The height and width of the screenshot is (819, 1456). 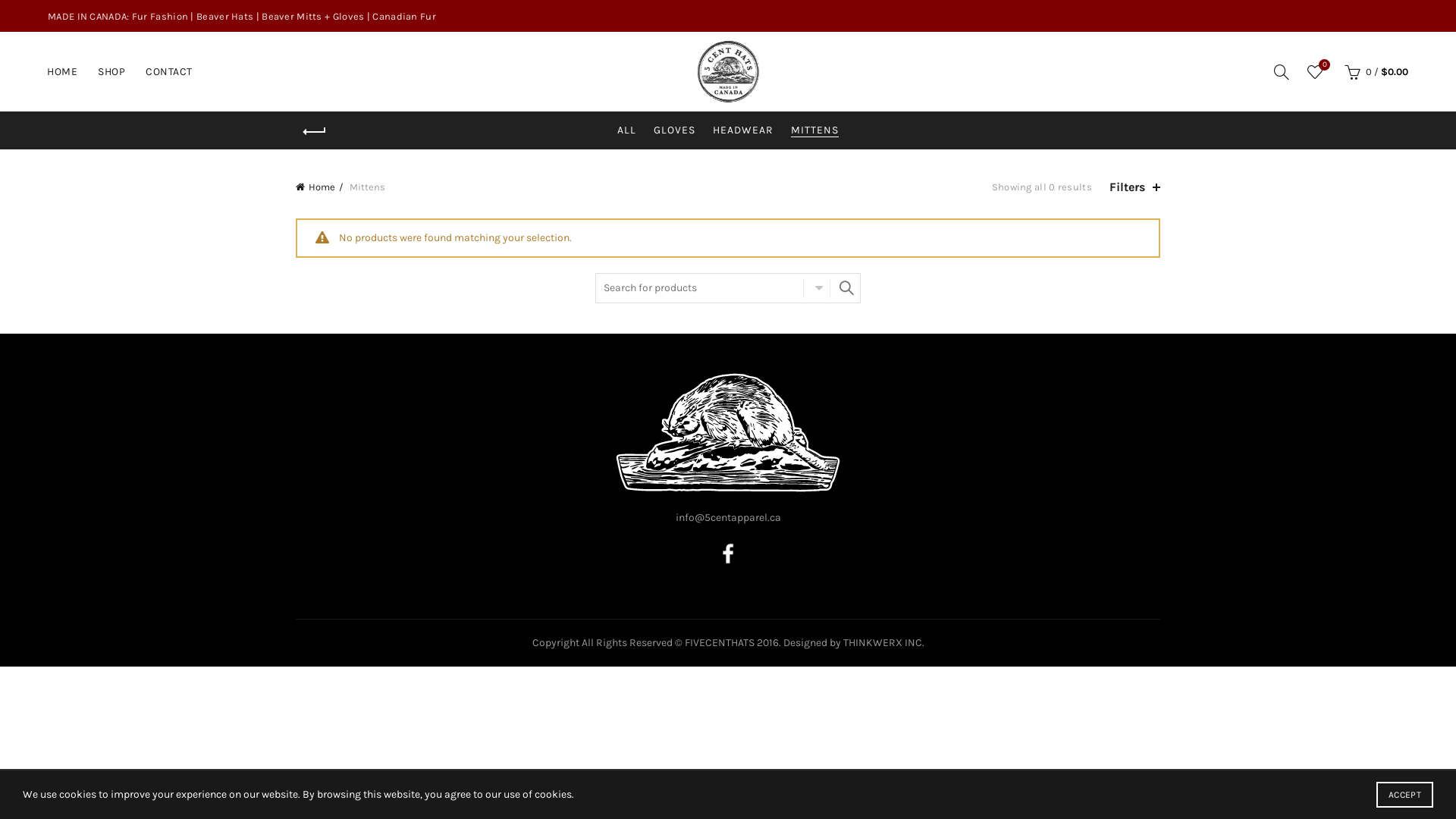 What do you see at coordinates (313, 130) in the screenshot?
I see `'Back'` at bounding box center [313, 130].